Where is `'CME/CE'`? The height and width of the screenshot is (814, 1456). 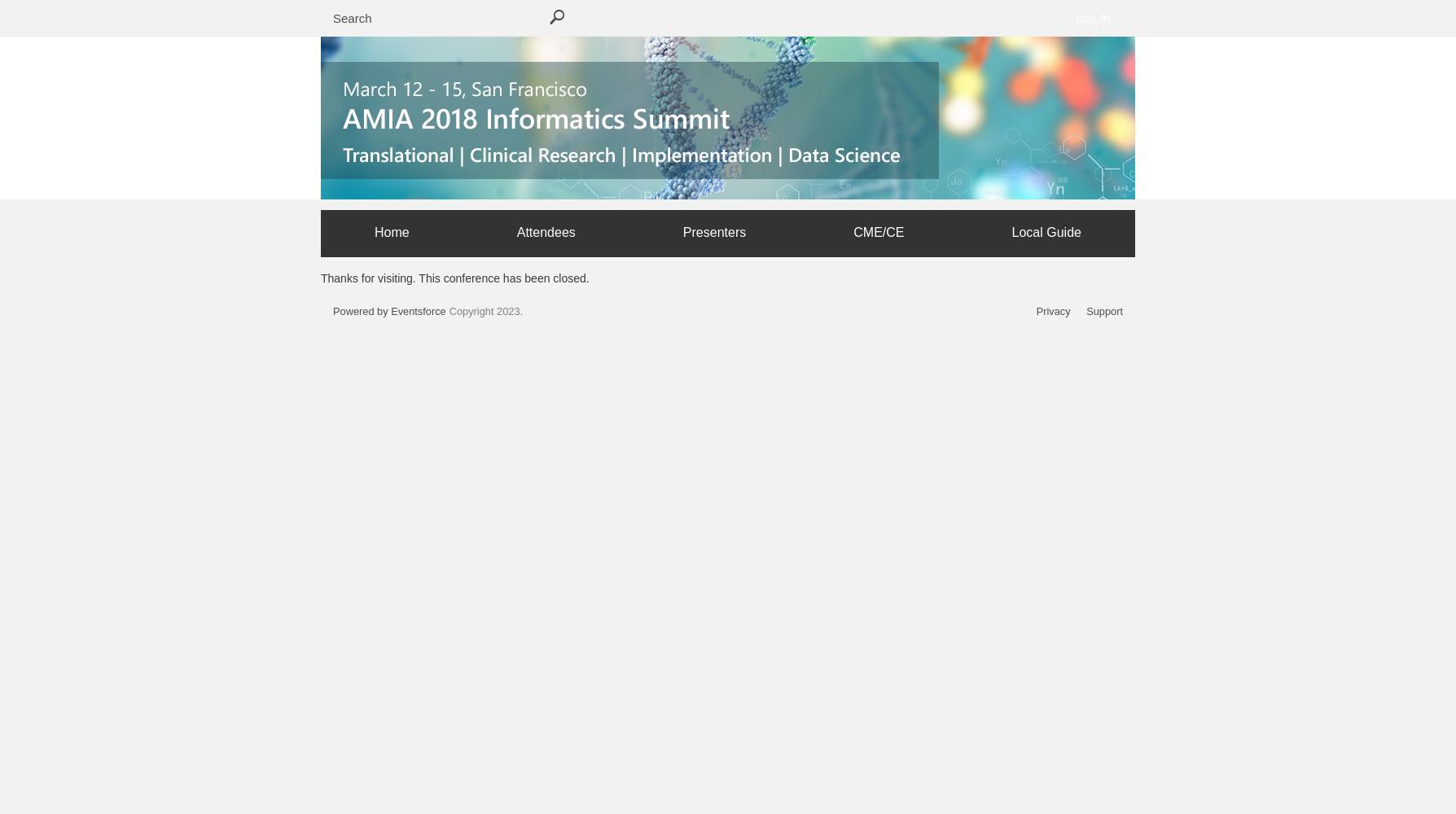
'CME/CE' is located at coordinates (879, 231).